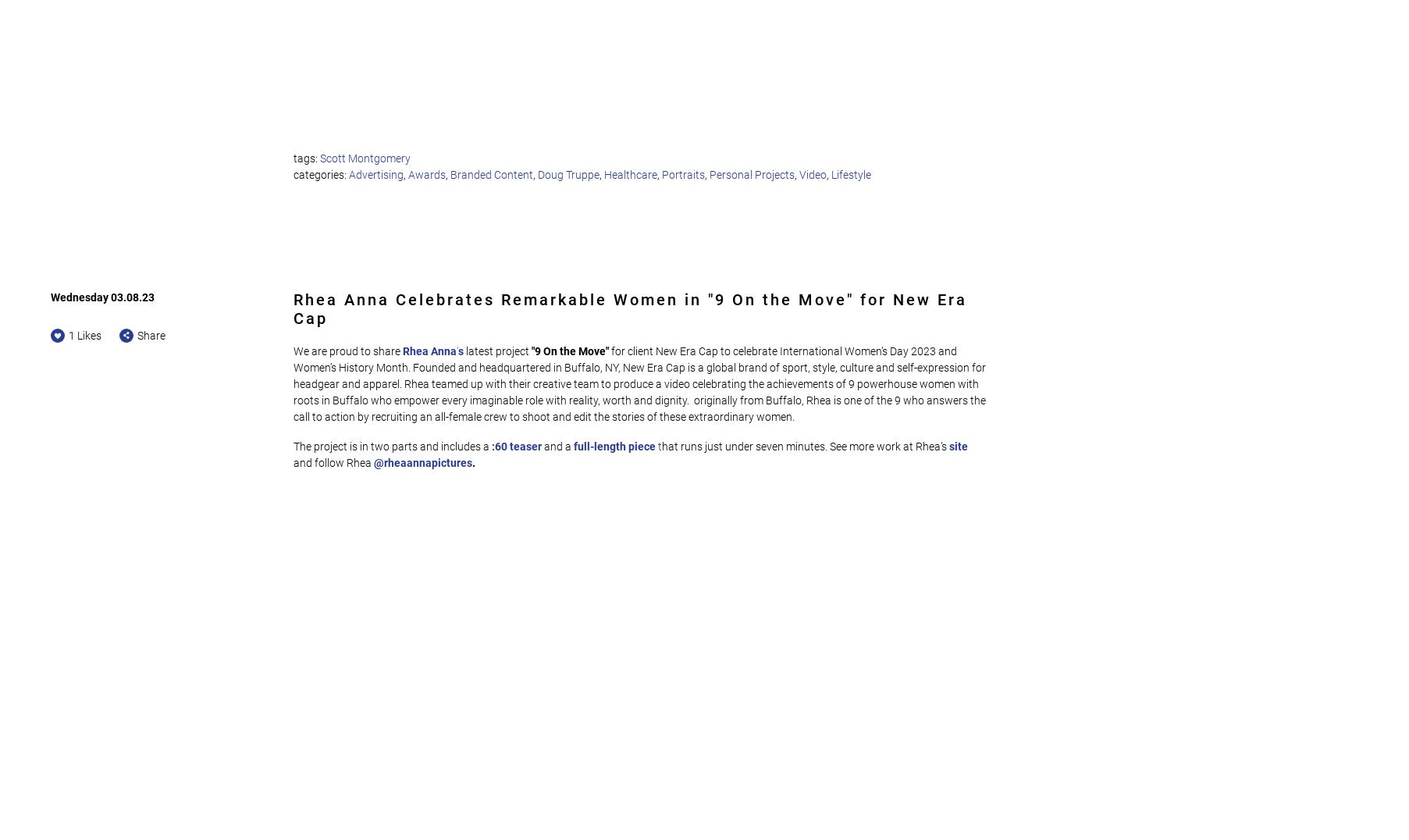  What do you see at coordinates (568, 173) in the screenshot?
I see `'Doug Truppe'` at bounding box center [568, 173].